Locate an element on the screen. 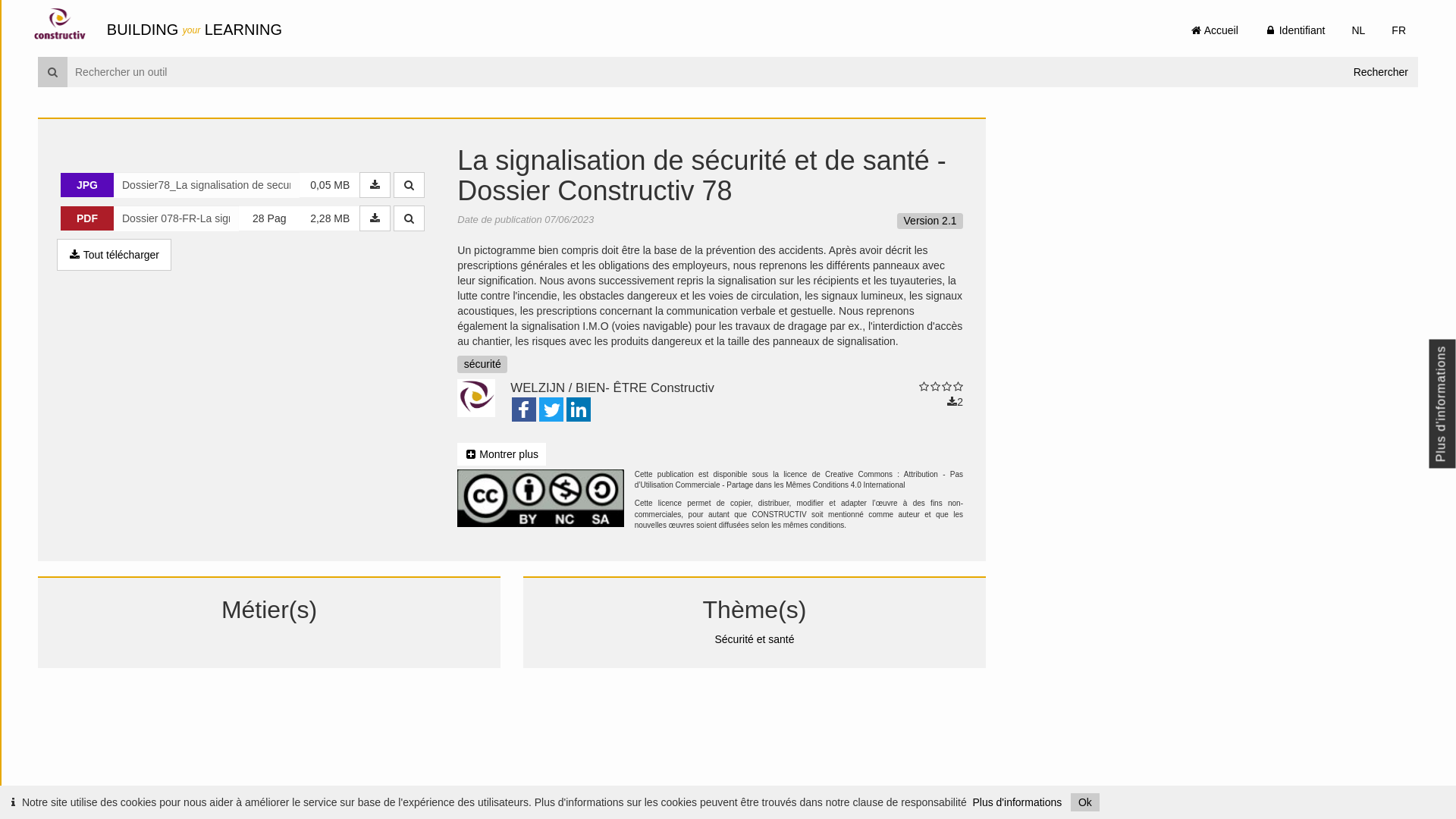 The image size is (1456, 819). 'PDF' is located at coordinates (61, 218).